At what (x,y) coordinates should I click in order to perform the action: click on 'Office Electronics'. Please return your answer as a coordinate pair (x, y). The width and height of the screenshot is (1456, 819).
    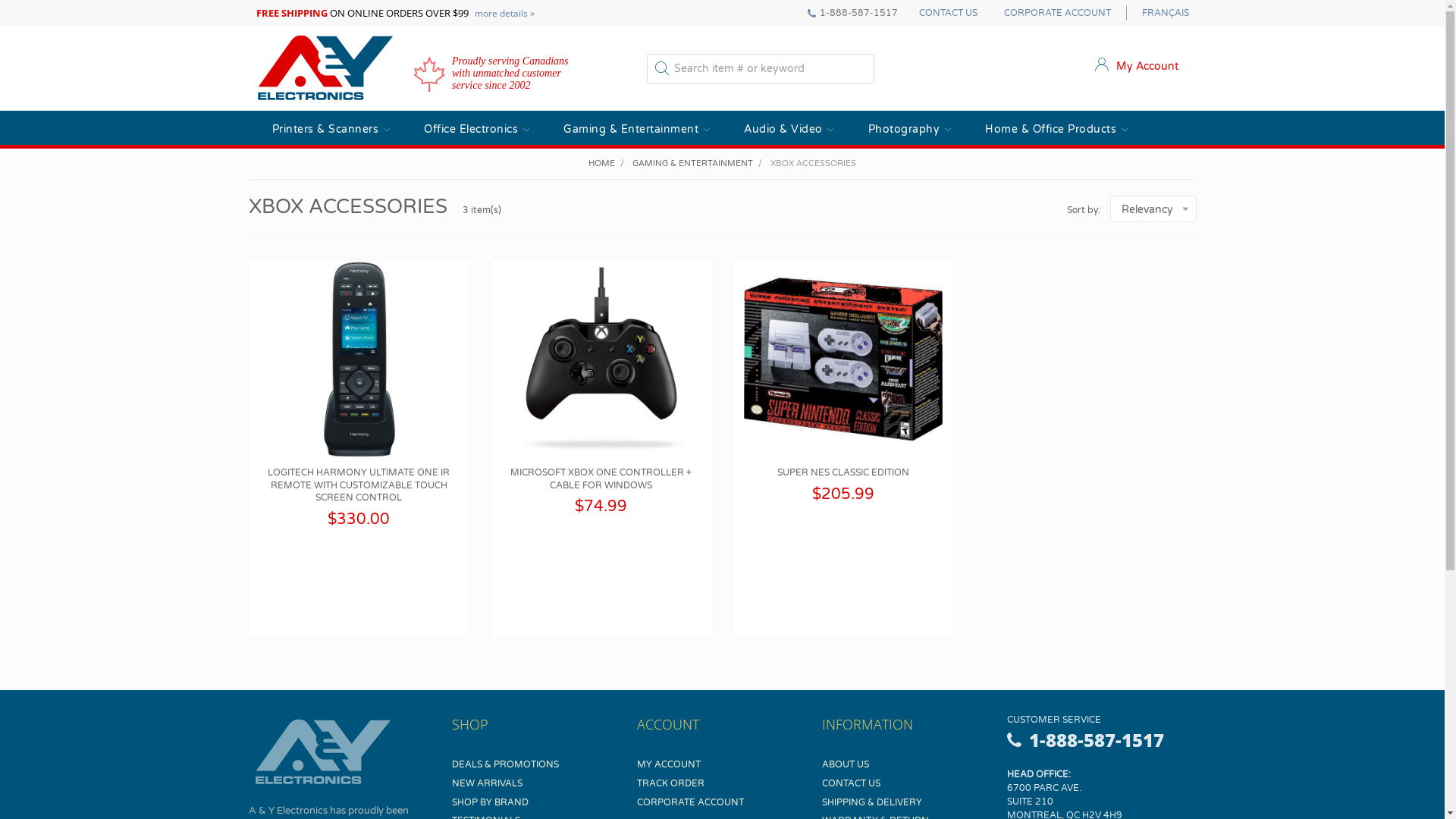
    Looking at the image, I should click on (469, 128).